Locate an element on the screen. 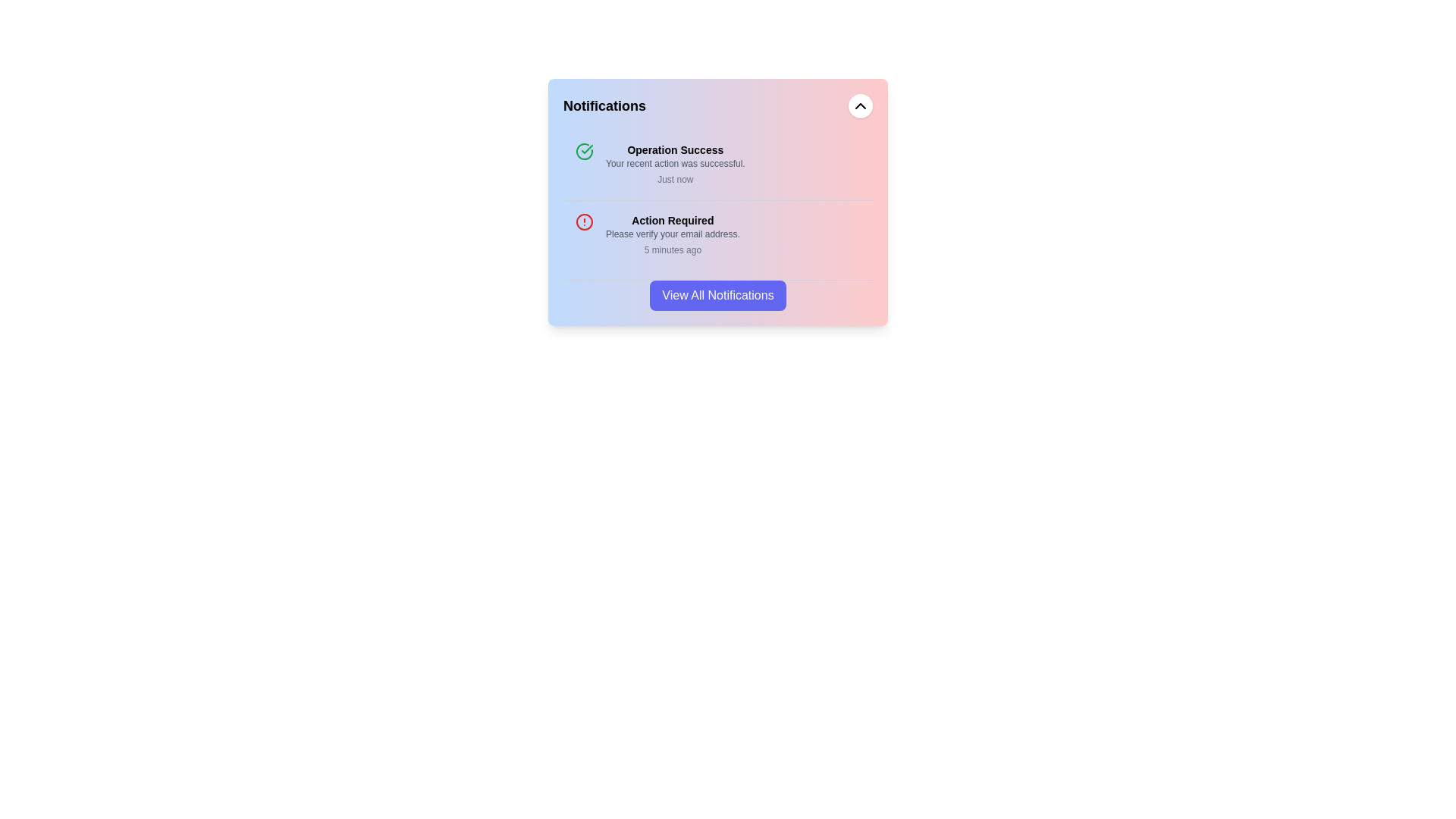 Image resolution: width=1456 pixels, height=819 pixels. the text label displaying 'Operation Success' in bold font, located in the notification card with a gradient background is located at coordinates (674, 149).